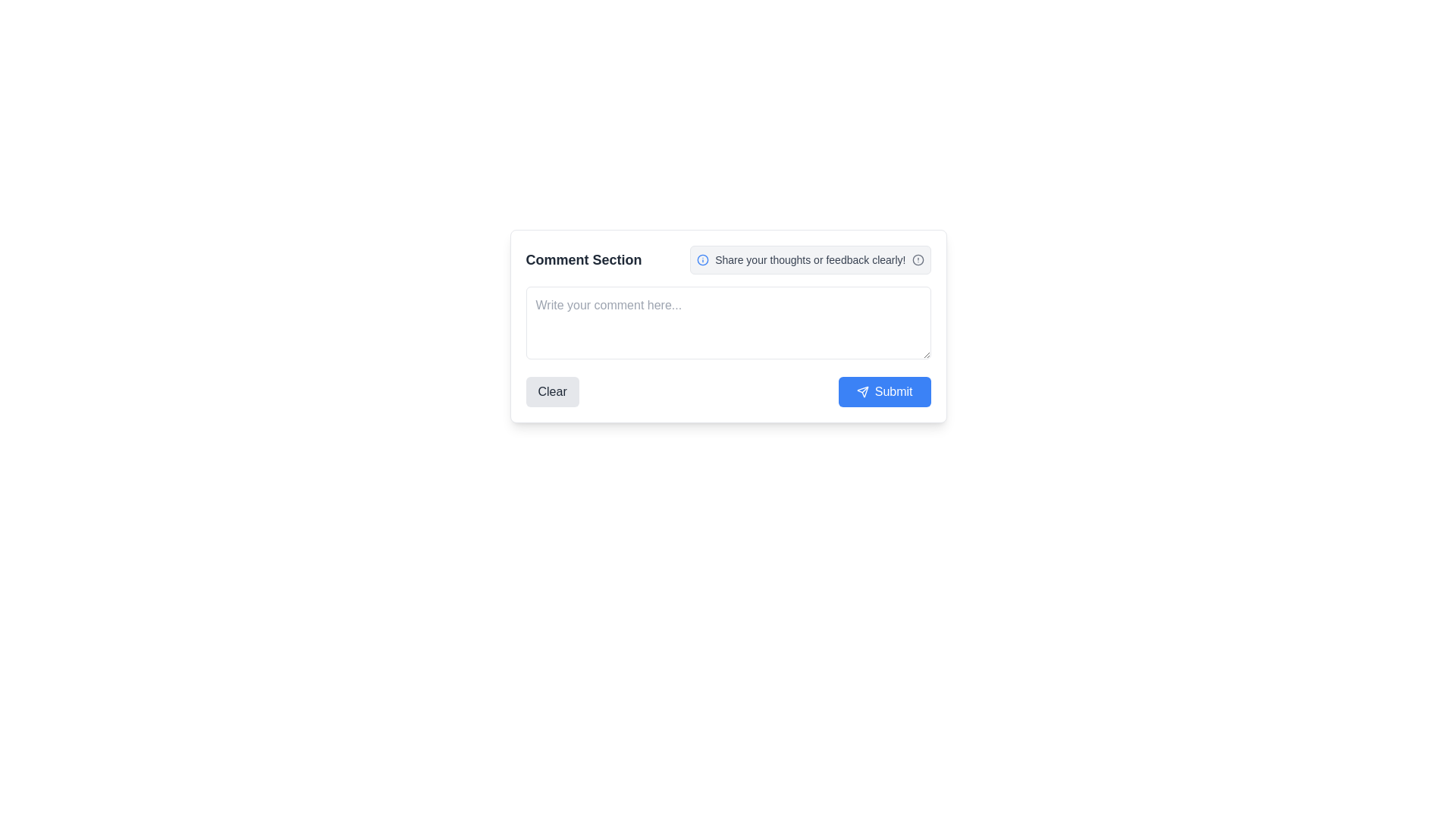 The height and width of the screenshot is (819, 1456). I want to click on the blue rectangular 'Submit' button with rounded corners, so click(884, 391).